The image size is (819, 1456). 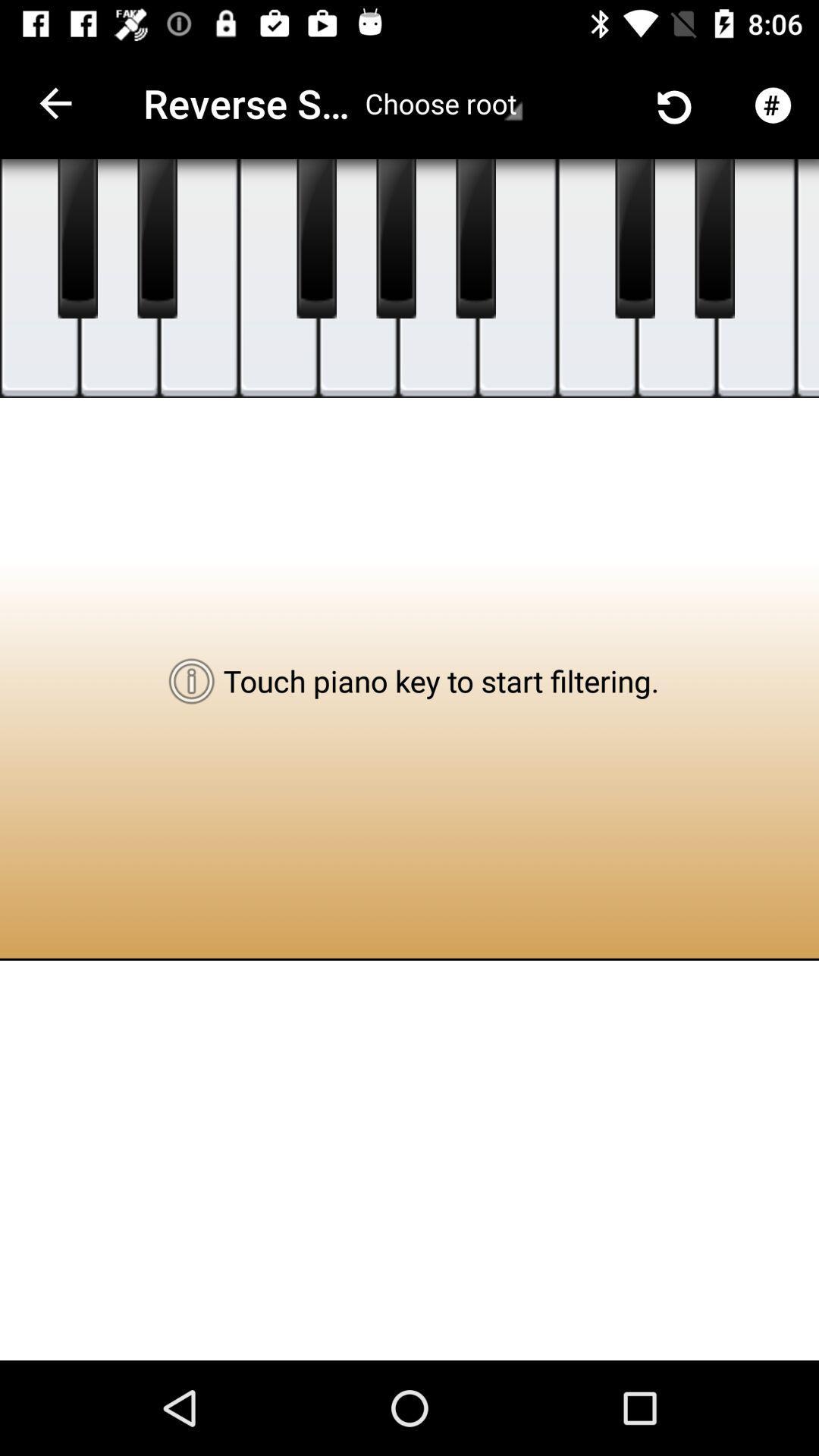 What do you see at coordinates (516, 278) in the screenshot?
I see `item above touch piano key icon` at bounding box center [516, 278].